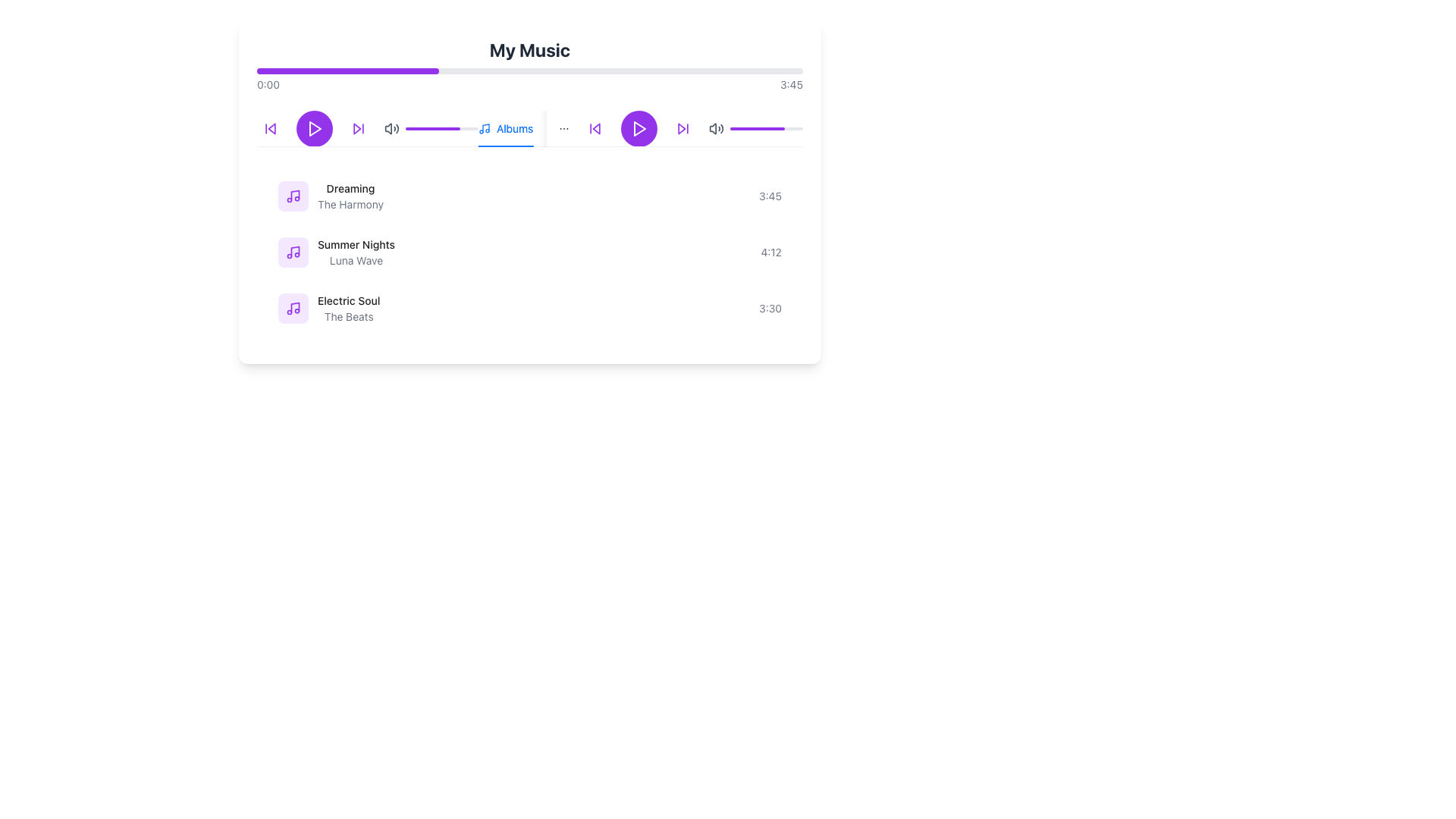  Describe the element at coordinates (639, 127) in the screenshot. I see `the play button in the music player's control bar to observe the darkening color effect` at that location.